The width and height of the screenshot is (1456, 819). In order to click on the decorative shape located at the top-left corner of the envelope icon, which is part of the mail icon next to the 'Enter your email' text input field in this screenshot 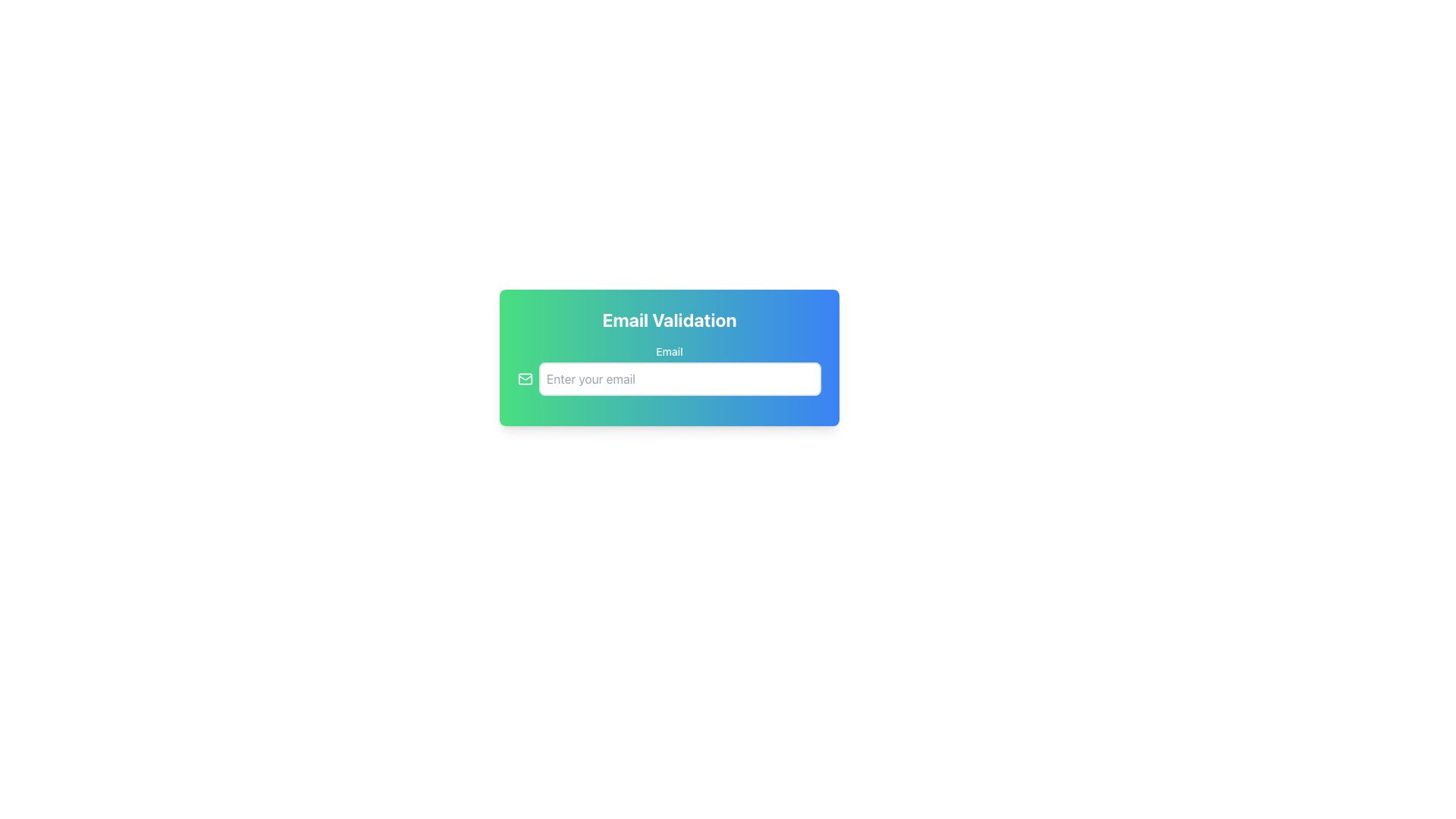, I will do `click(525, 378)`.